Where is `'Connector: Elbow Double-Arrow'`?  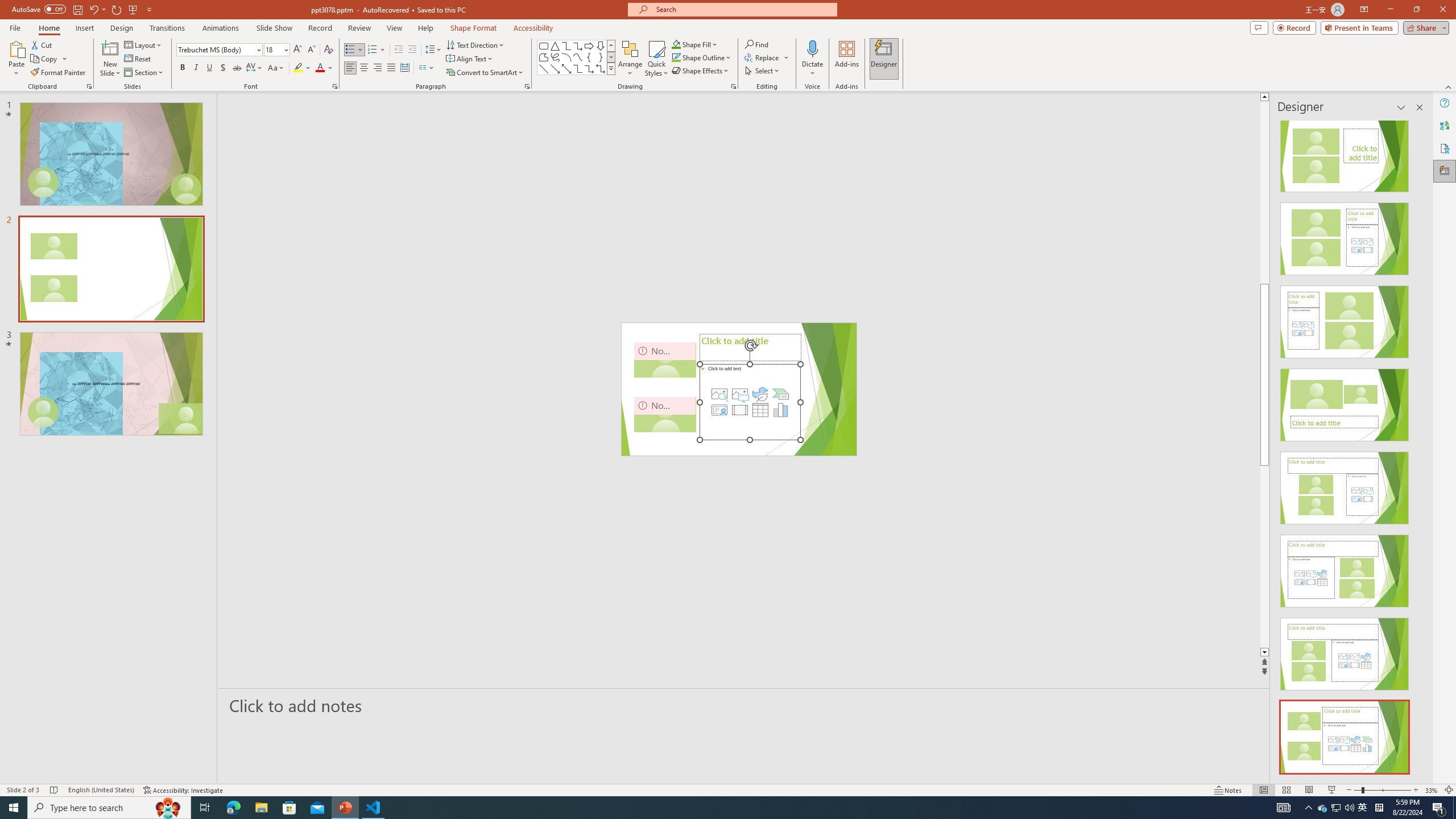
'Connector: Elbow Double-Arrow' is located at coordinates (600, 68).